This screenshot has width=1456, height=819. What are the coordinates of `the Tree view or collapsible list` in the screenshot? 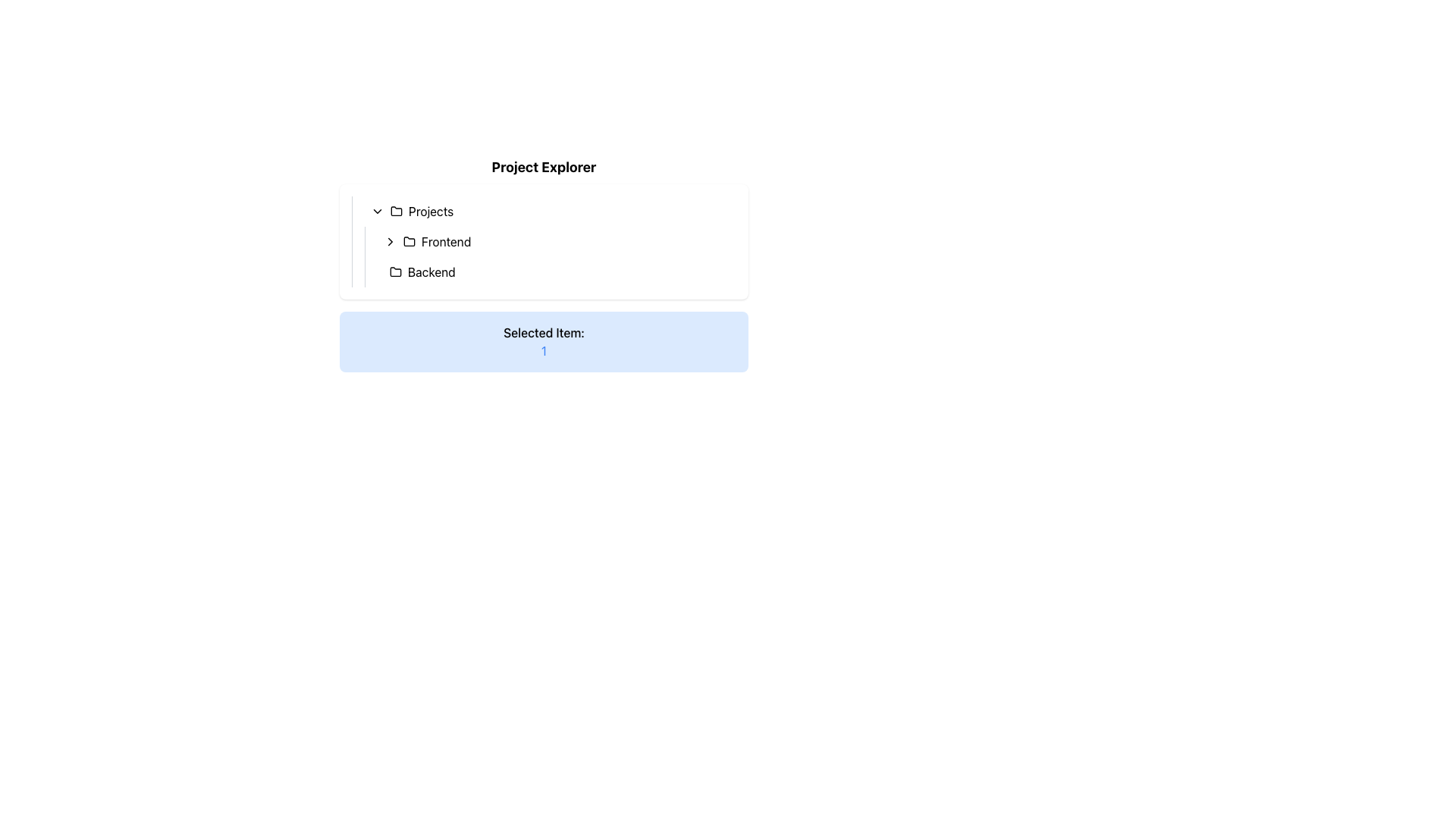 It's located at (544, 241).